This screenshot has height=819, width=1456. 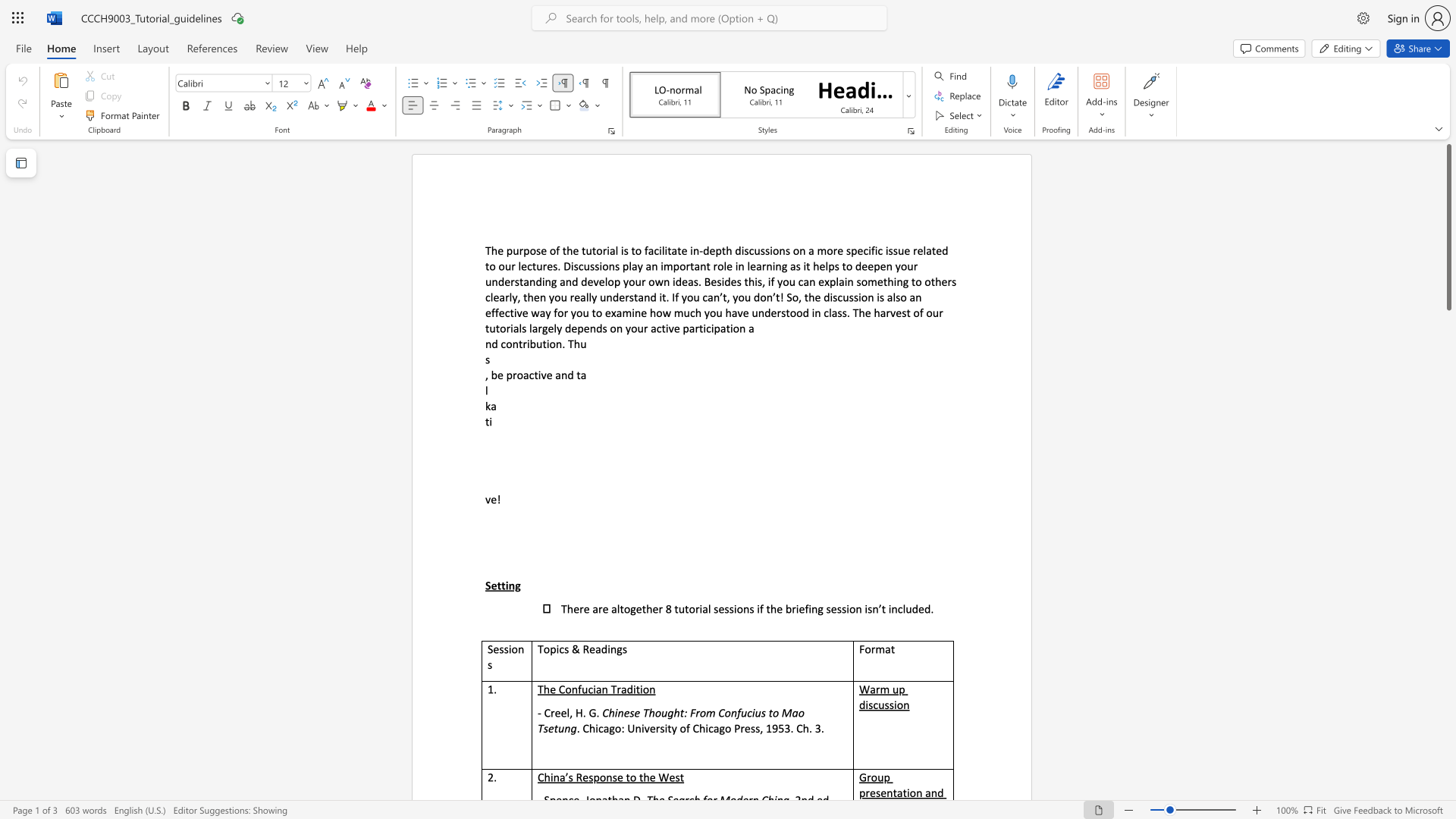 I want to click on the scrollbar to move the page down, so click(x=1448, y=378).